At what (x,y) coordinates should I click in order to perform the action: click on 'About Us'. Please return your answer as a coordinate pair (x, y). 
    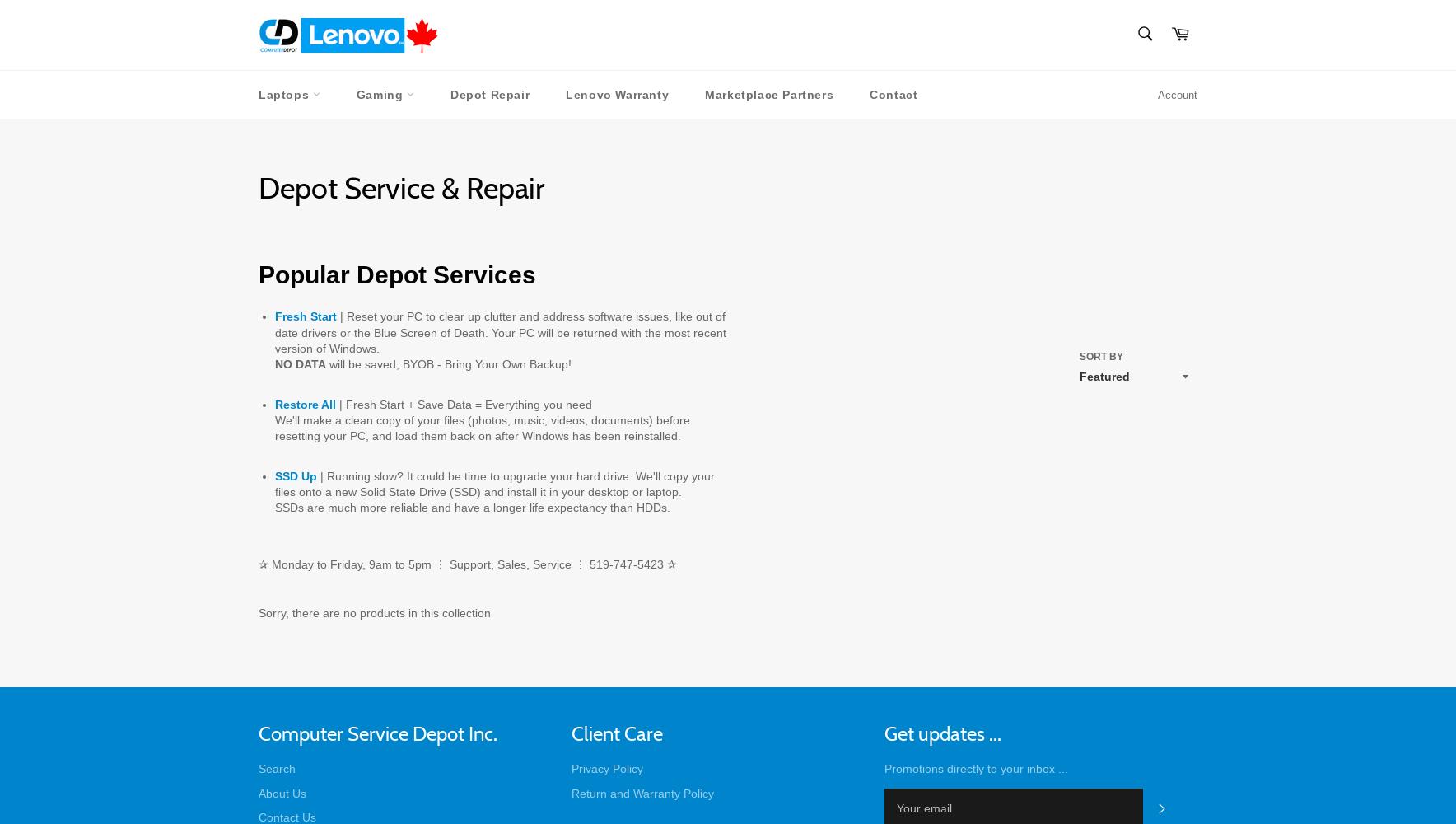
    Looking at the image, I should click on (282, 792).